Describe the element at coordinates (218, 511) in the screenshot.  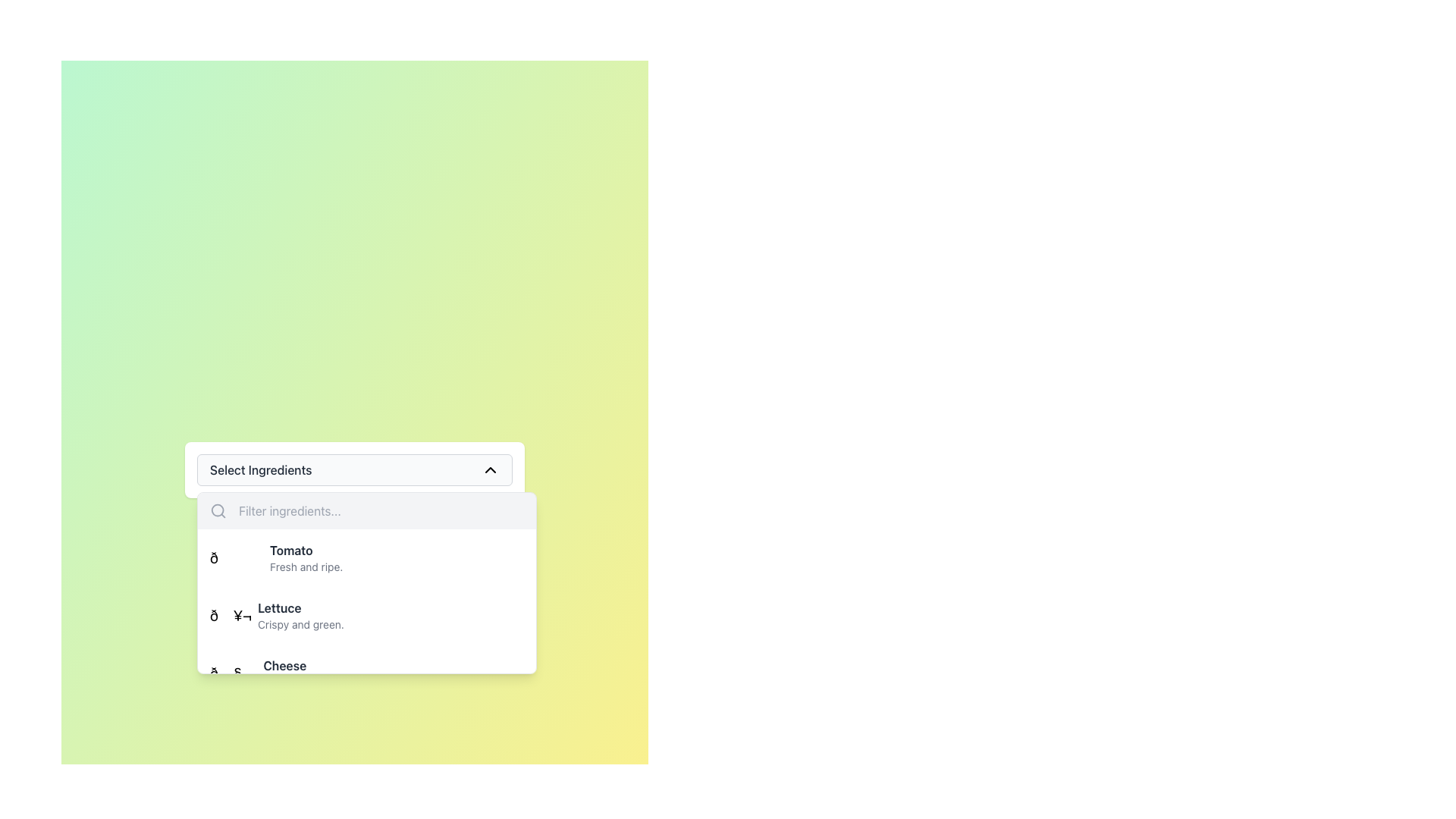
I see `the search icon, which is a gray magnifying glass shape located at the leftmost side of the text input field prompting the user to filter ingredients` at that location.